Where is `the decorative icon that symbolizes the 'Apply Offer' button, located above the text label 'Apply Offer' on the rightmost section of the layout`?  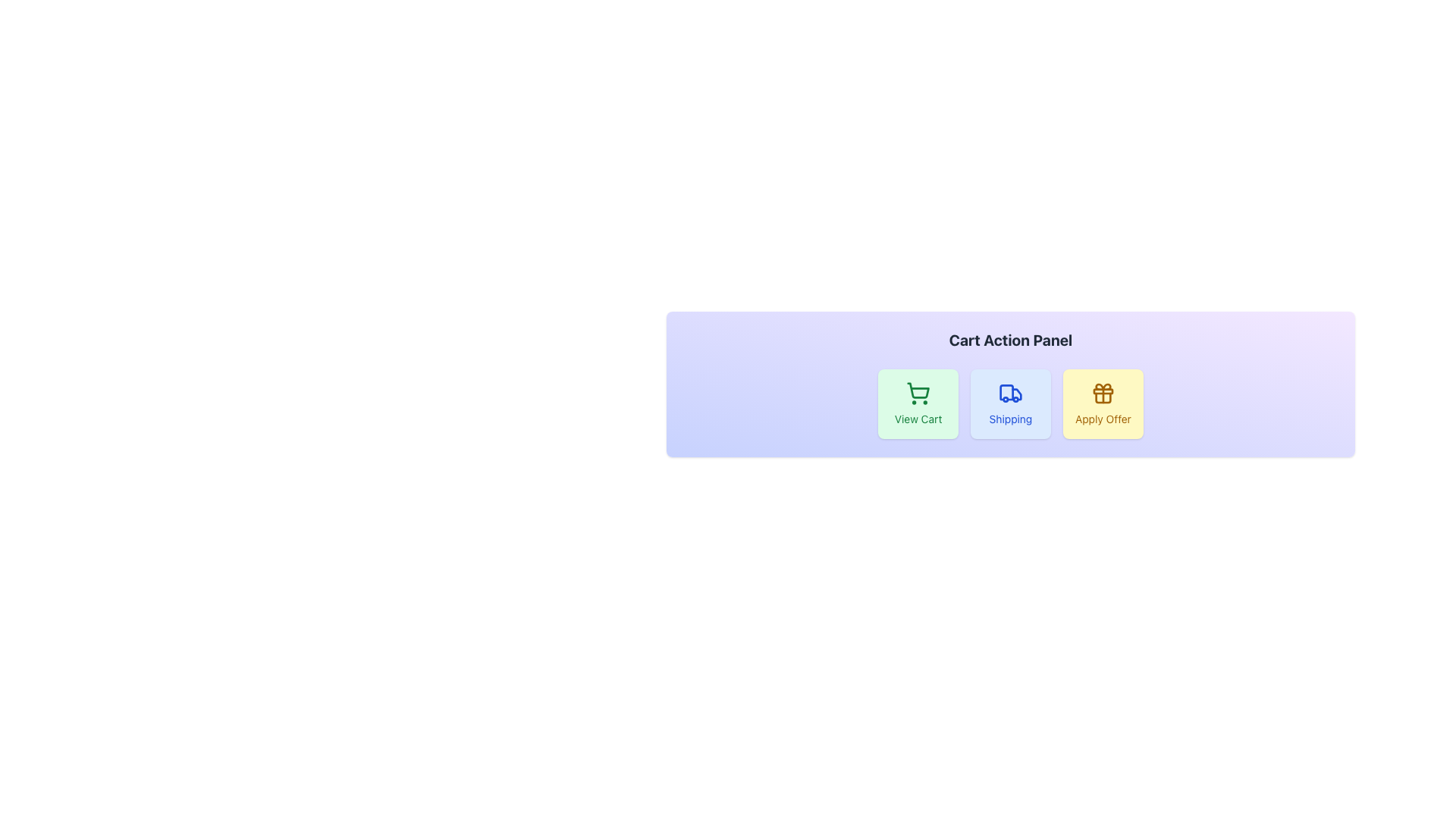 the decorative icon that symbolizes the 'Apply Offer' button, located above the text label 'Apply Offer' on the rightmost section of the layout is located at coordinates (1103, 393).